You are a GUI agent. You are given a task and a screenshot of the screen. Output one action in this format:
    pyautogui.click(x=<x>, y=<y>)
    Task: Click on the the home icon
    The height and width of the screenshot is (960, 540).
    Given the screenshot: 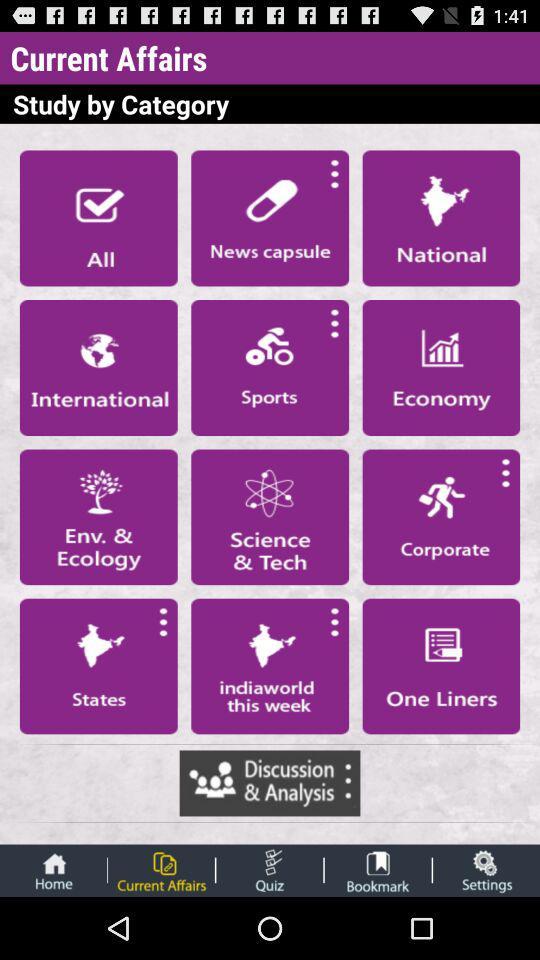 What is the action you would take?
    pyautogui.click(x=53, y=931)
    